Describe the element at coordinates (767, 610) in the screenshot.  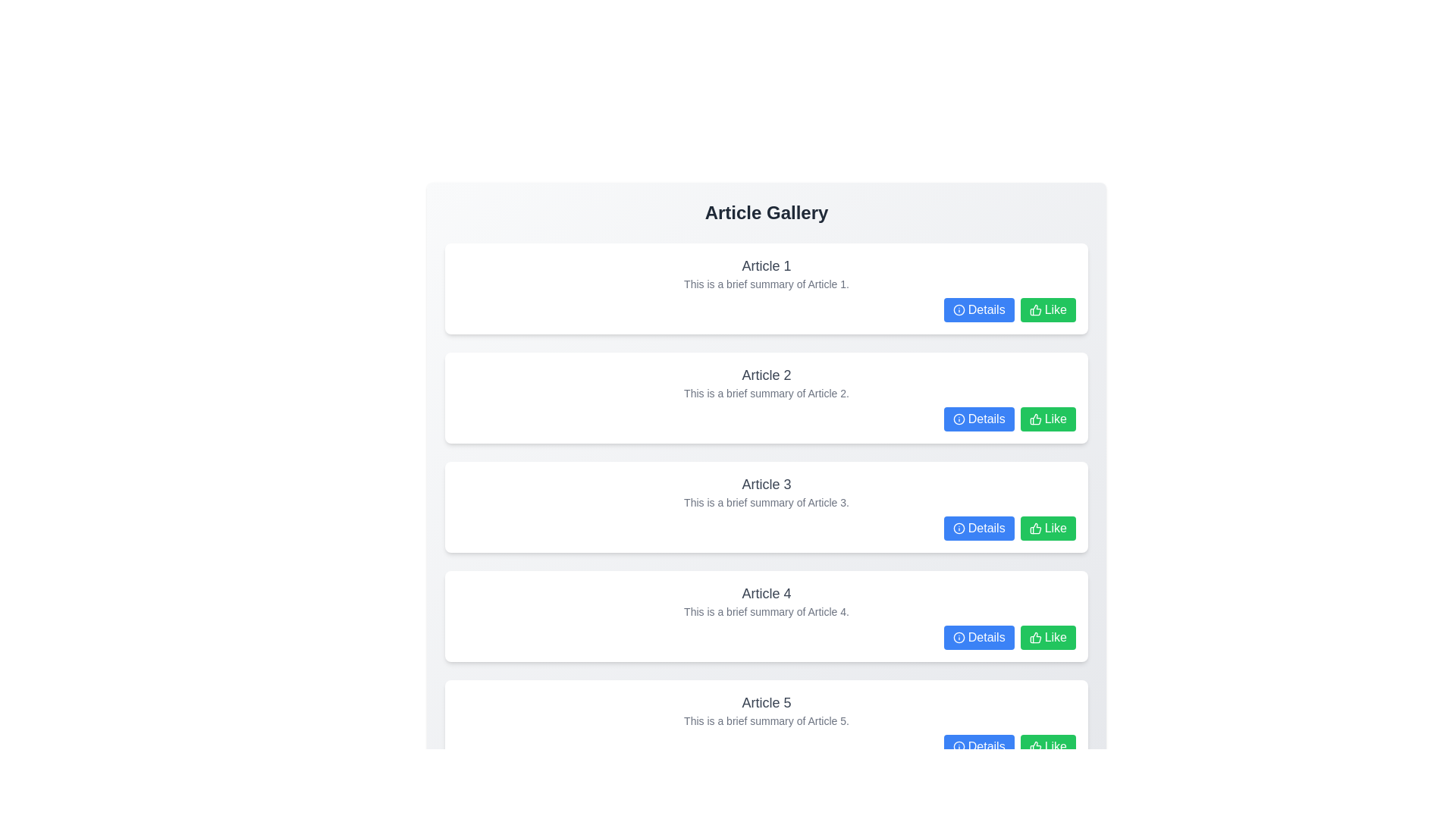
I see `the text block summarizing 'This is a brief summary of Article 4.' which is located below the heading 'Article 4' and styled with a lighter gray font` at that location.